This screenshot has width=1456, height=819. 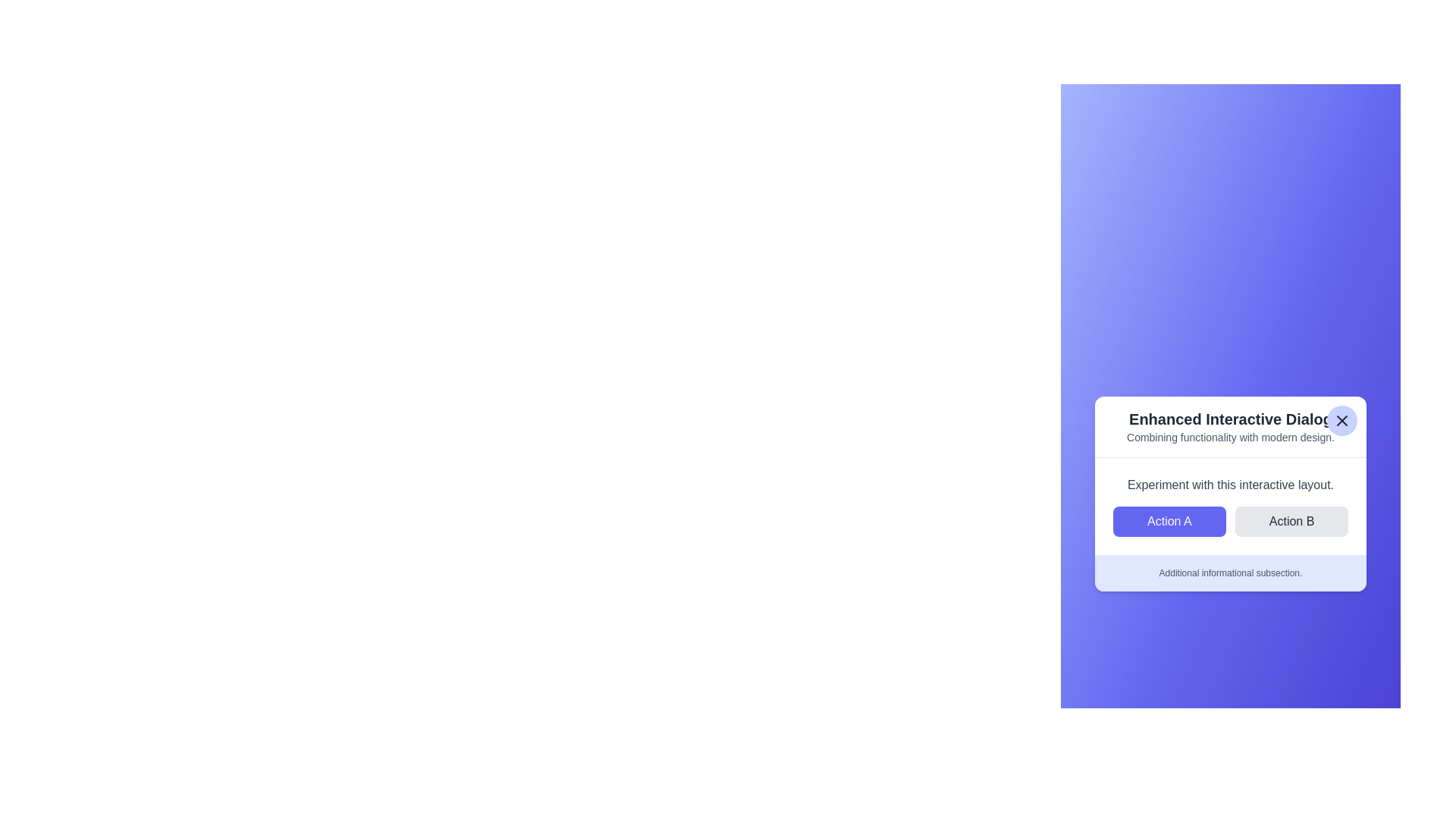 I want to click on the diagonal line of the 'X' icon in the upper-right corner of the 'Enhanced Interactive Dialog' dialog box, so click(x=1342, y=420).